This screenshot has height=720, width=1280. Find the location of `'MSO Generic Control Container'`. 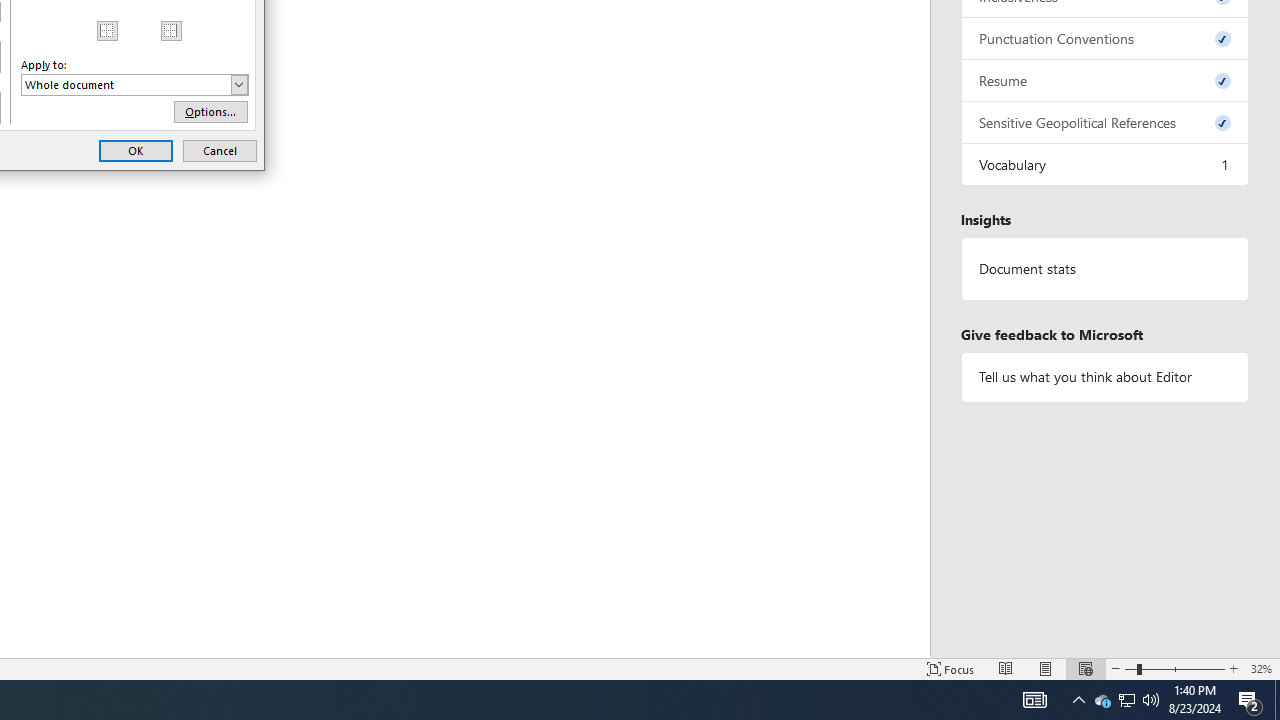

'MSO Generic Control Container' is located at coordinates (106, 30).